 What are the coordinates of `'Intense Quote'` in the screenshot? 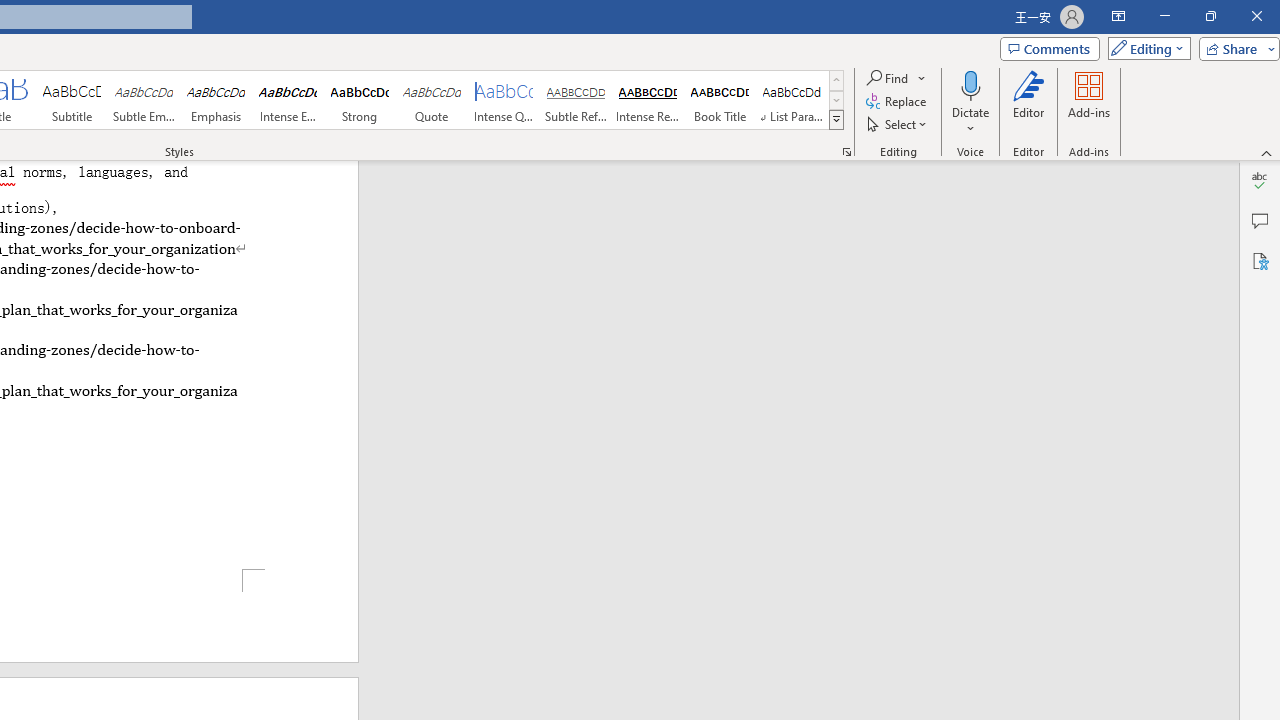 It's located at (504, 100).